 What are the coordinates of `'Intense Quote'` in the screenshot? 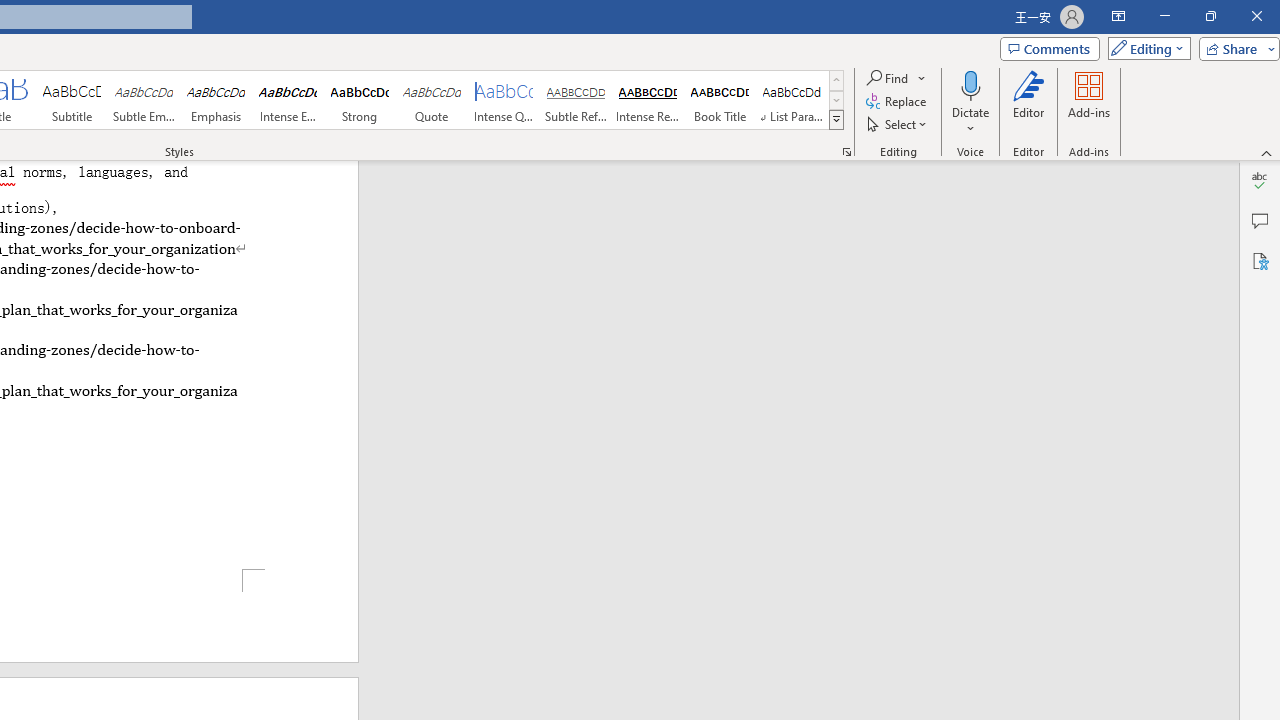 It's located at (504, 100).